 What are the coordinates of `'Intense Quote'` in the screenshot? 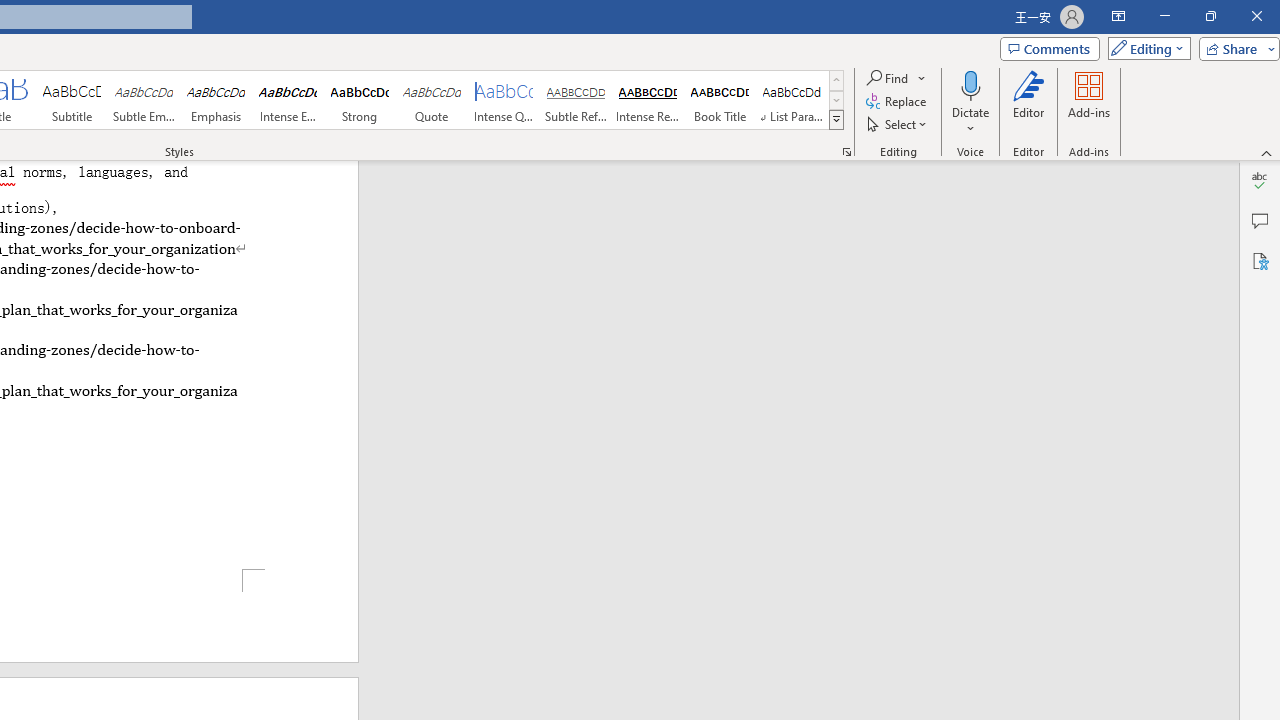 It's located at (504, 100).